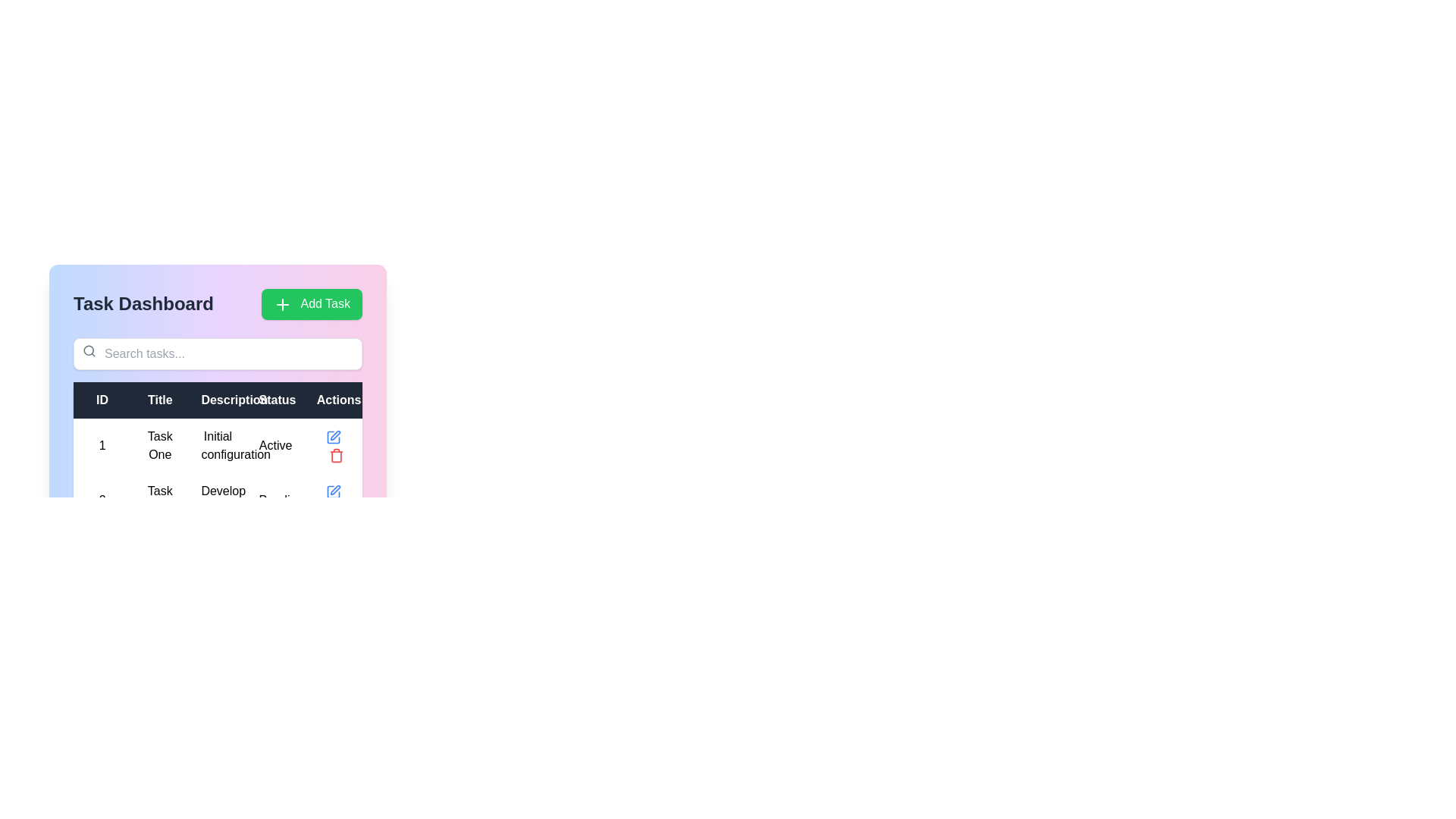 This screenshot has width=1456, height=819. What do you see at coordinates (88, 350) in the screenshot?
I see `the circular magnifying glass icon on the left side of the search bar, which indicates the search functionality for tasks` at bounding box center [88, 350].